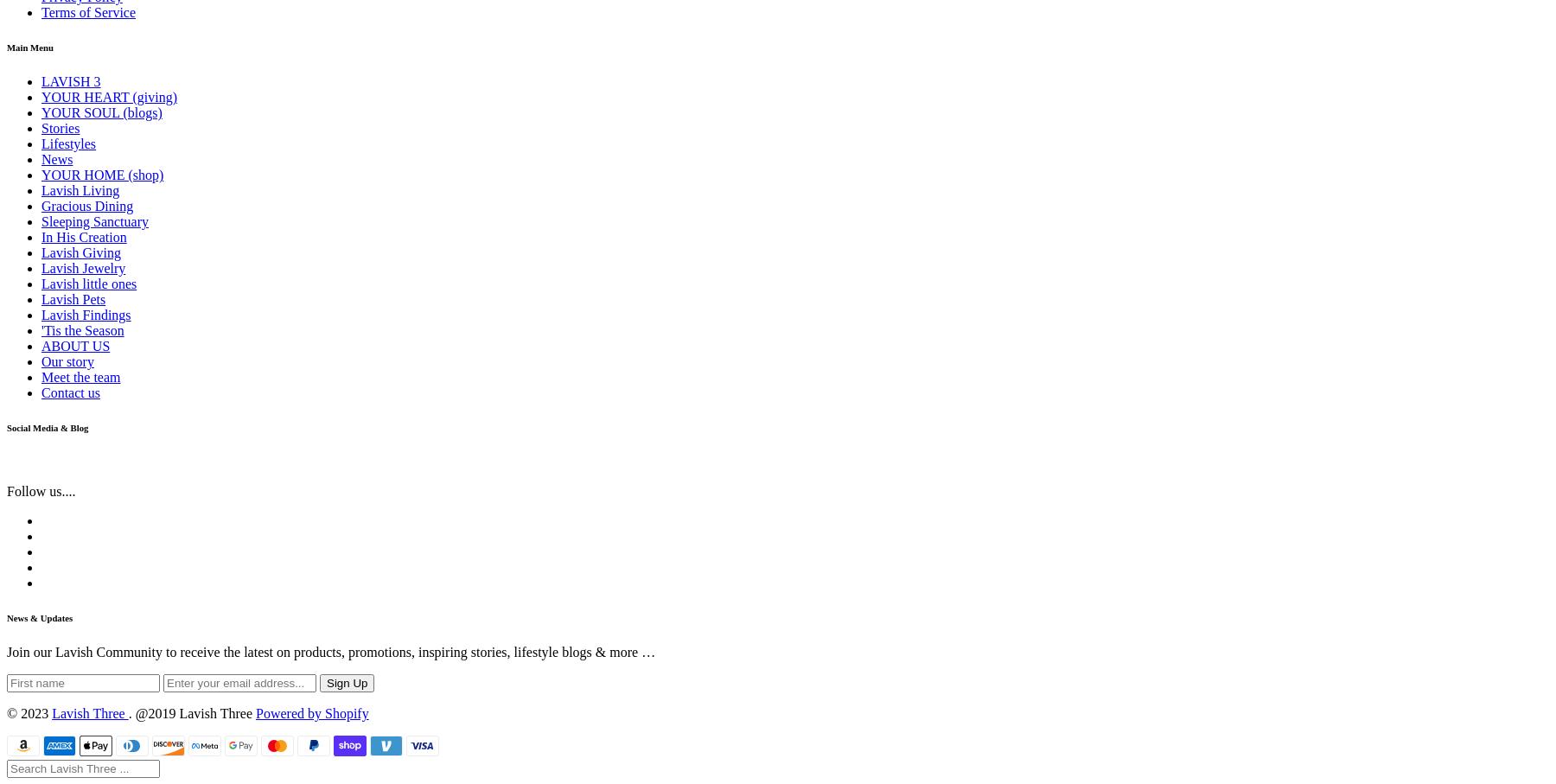 This screenshot has height=784, width=1556. What do you see at coordinates (80, 190) in the screenshot?
I see `'Lavish Living'` at bounding box center [80, 190].